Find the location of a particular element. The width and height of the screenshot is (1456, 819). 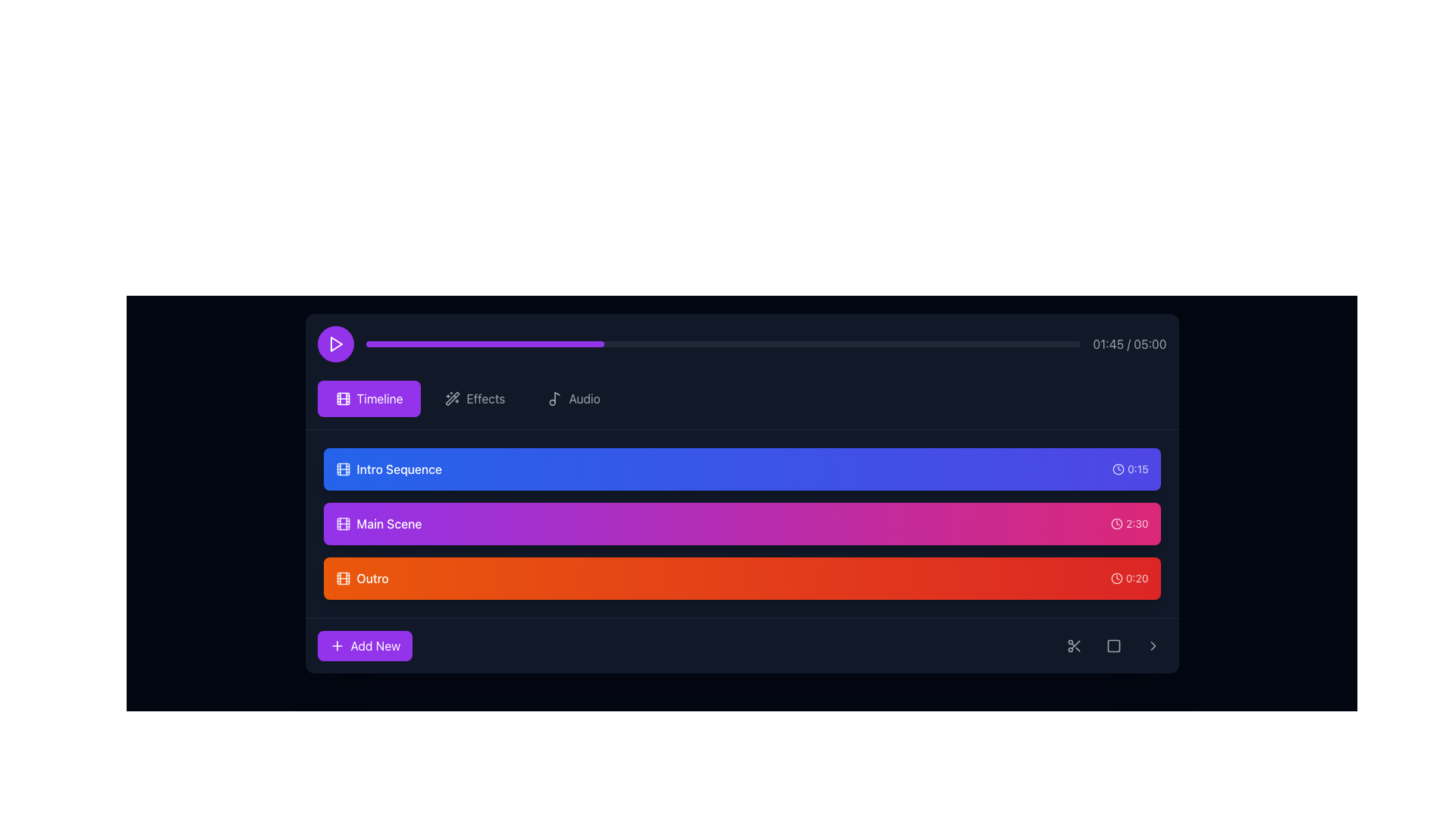

the 'Timeline' tab button located on the leftmost side of the navigation bar is located at coordinates (369, 397).